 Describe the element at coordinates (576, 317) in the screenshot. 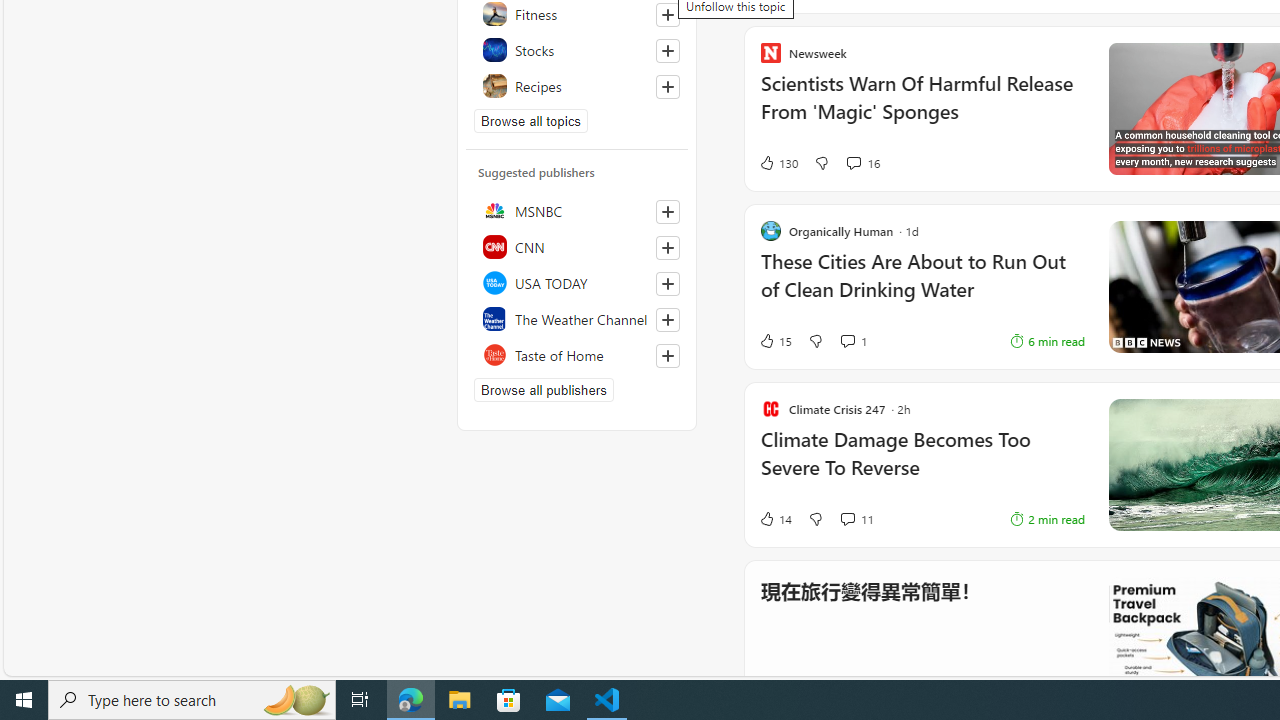

I see `'The Weather Channel'` at that location.